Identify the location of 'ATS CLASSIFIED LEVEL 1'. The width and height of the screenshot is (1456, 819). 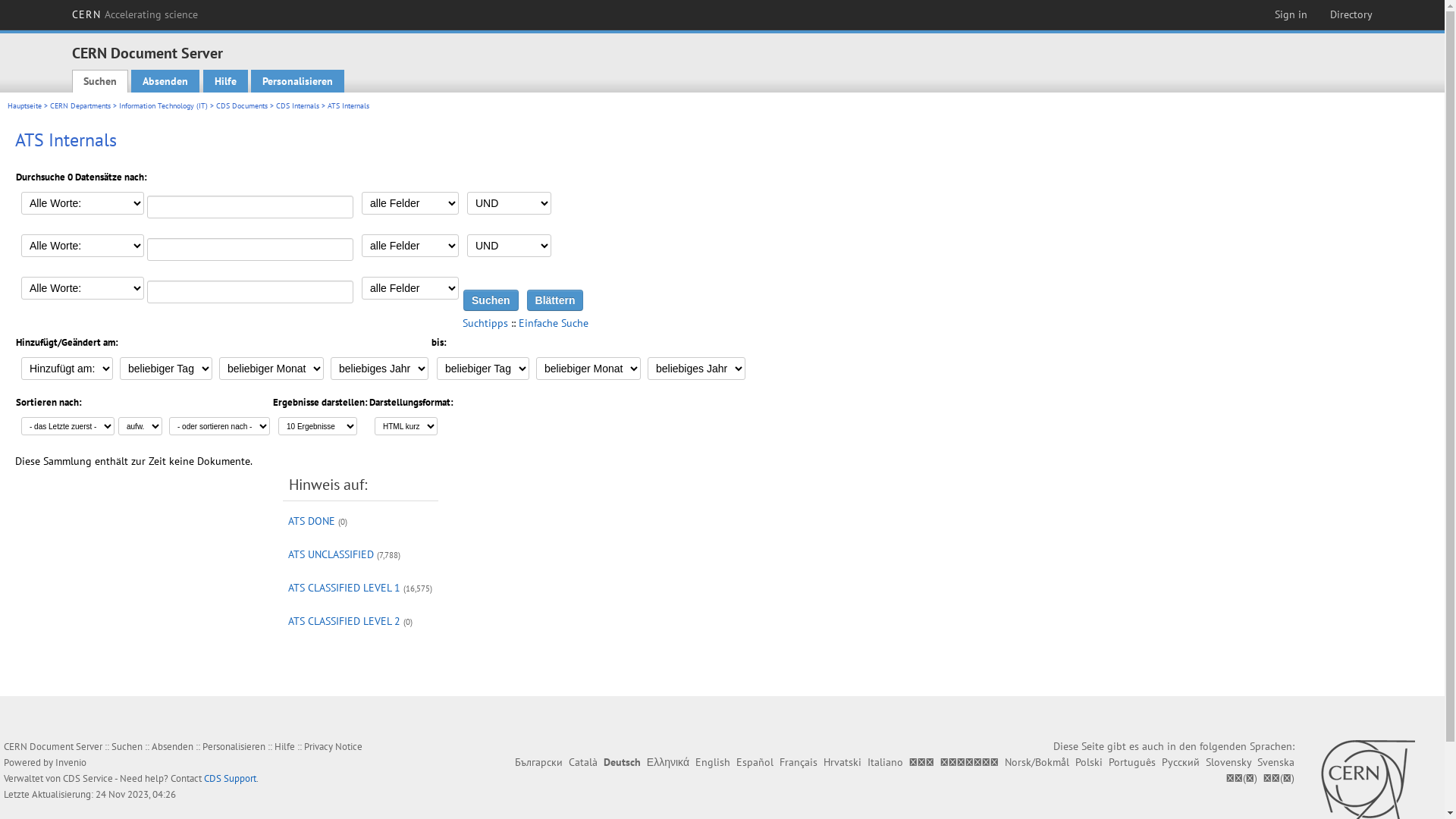
(344, 587).